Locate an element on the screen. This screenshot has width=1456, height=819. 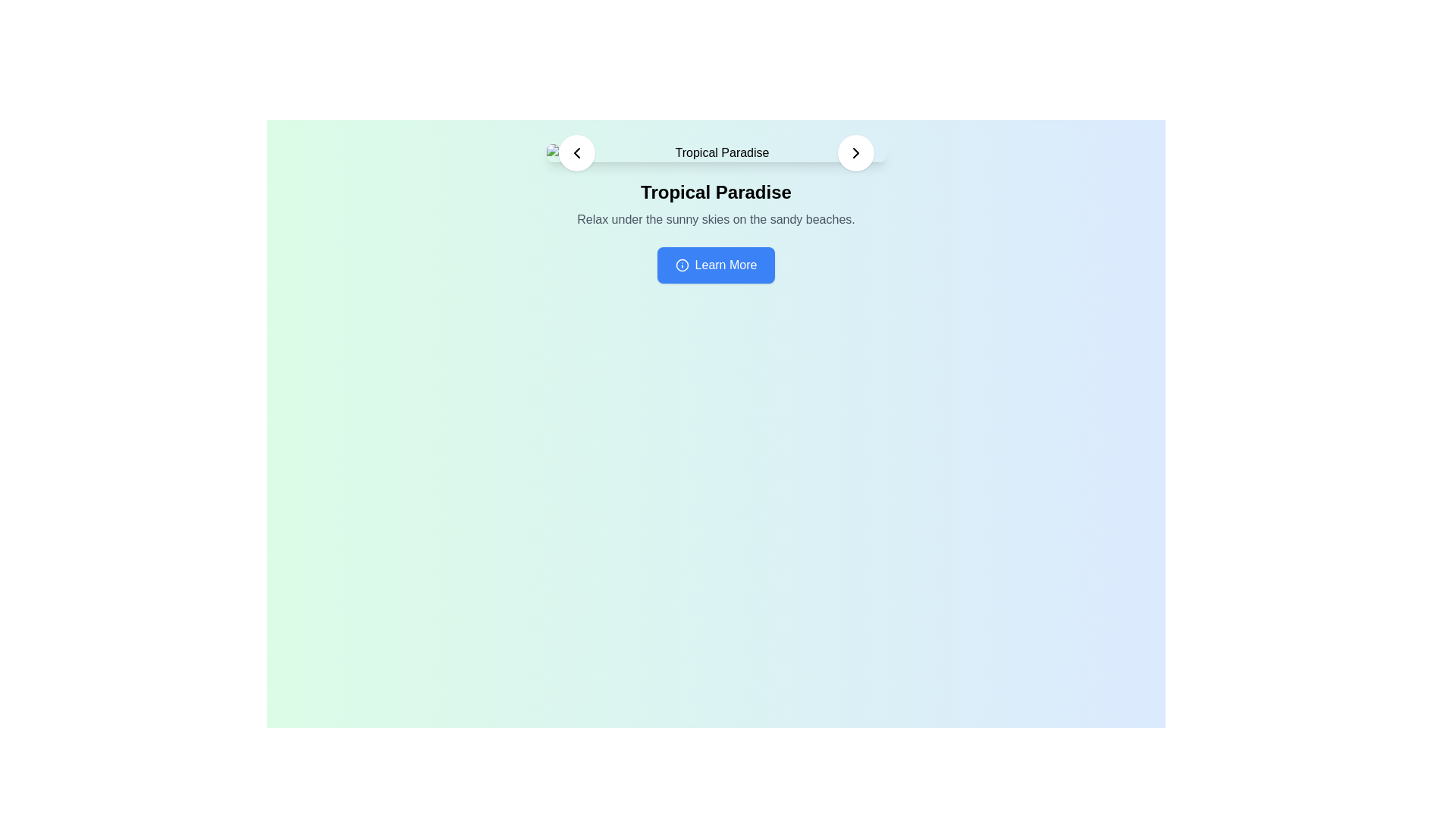
the small triangular arrowhead facing left, which is part of the chevron-left arrow icon located on the top-left of the interface, next to the text 'Tropical Paradise' is located at coordinates (576, 152).